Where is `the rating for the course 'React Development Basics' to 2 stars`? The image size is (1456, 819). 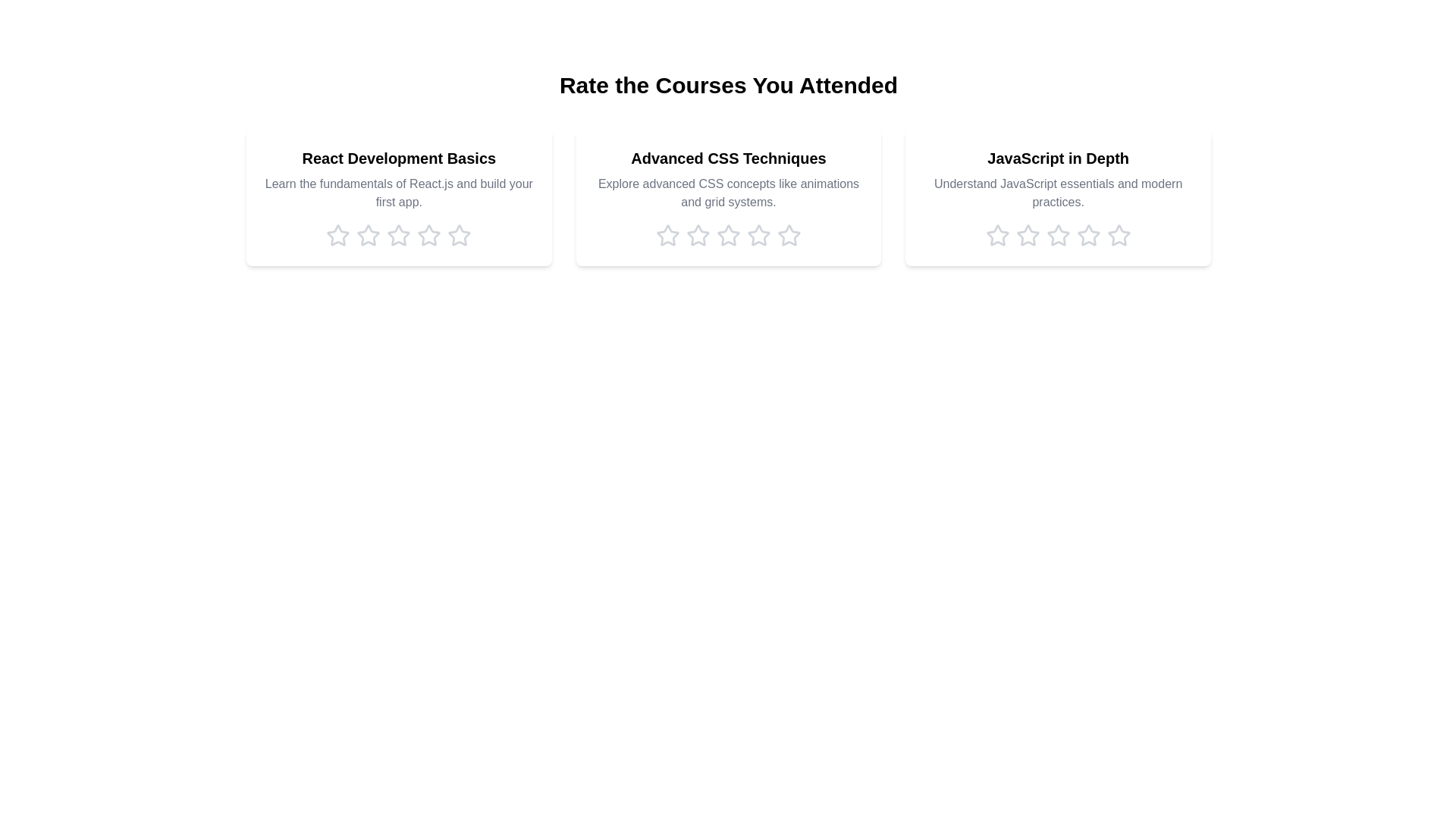
the rating for the course 'React Development Basics' to 2 stars is located at coordinates (369, 236).